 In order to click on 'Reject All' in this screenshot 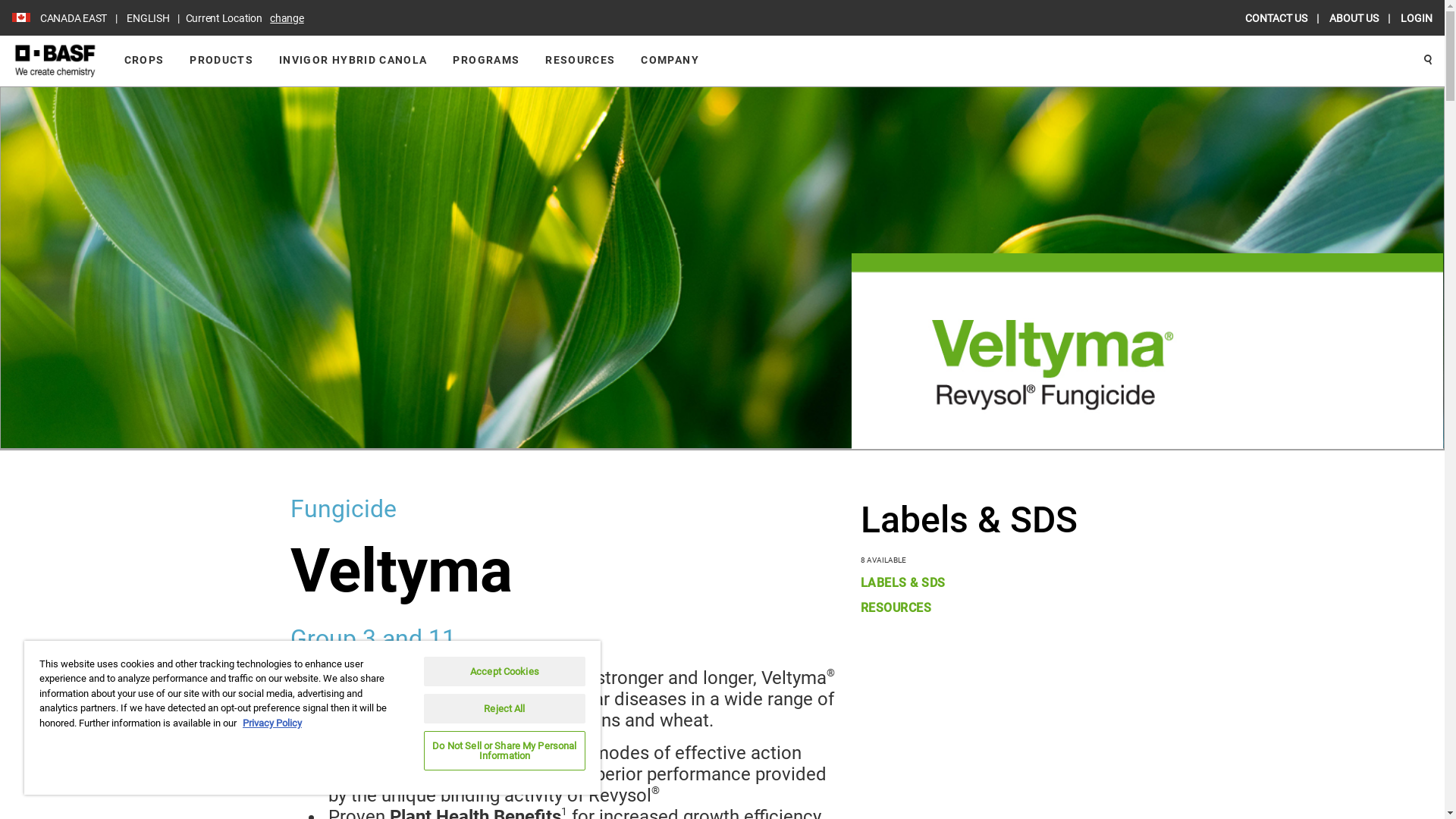, I will do `click(504, 708)`.